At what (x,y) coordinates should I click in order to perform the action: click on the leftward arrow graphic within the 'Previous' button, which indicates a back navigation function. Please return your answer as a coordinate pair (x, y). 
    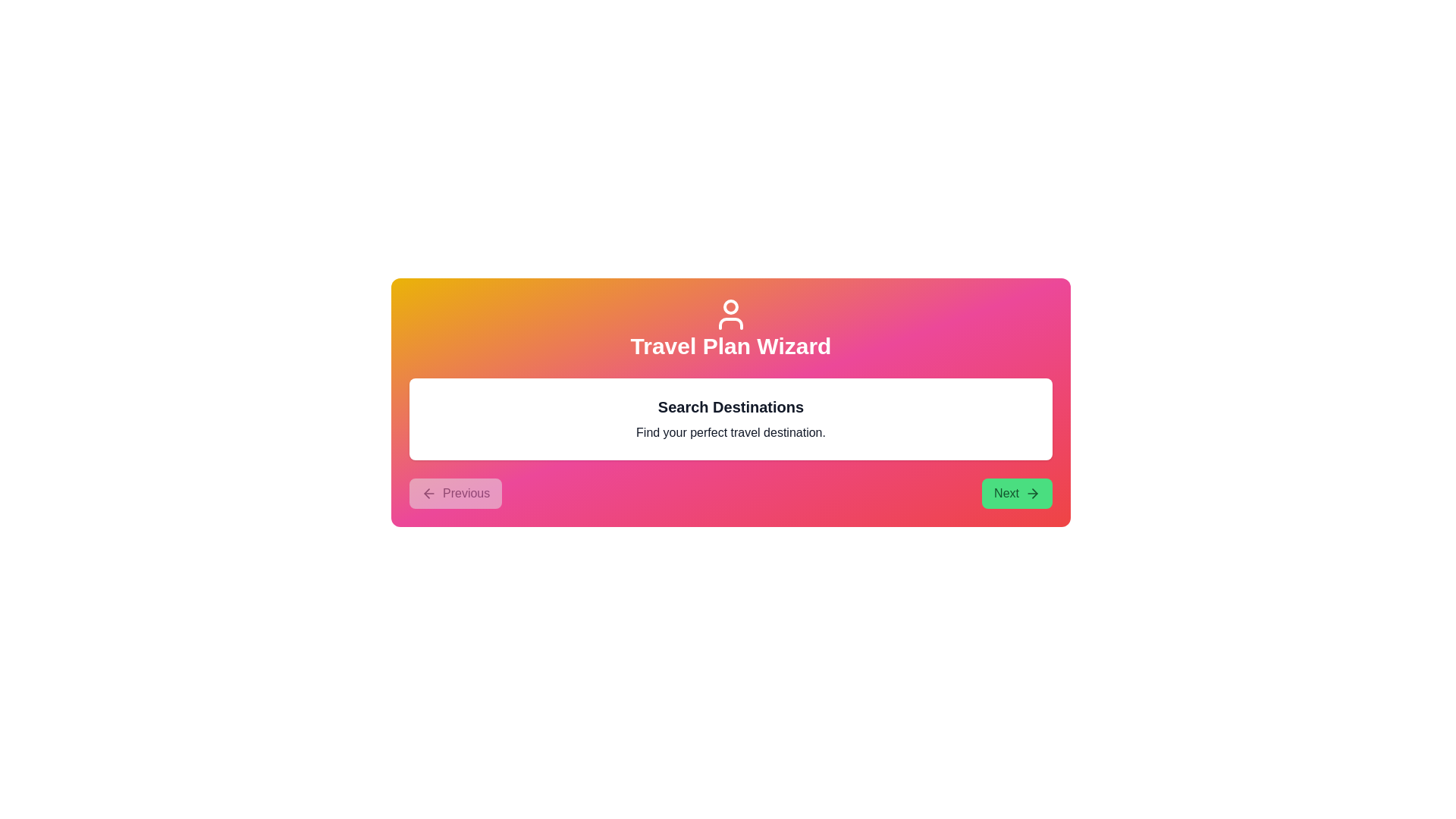
    Looking at the image, I should click on (426, 494).